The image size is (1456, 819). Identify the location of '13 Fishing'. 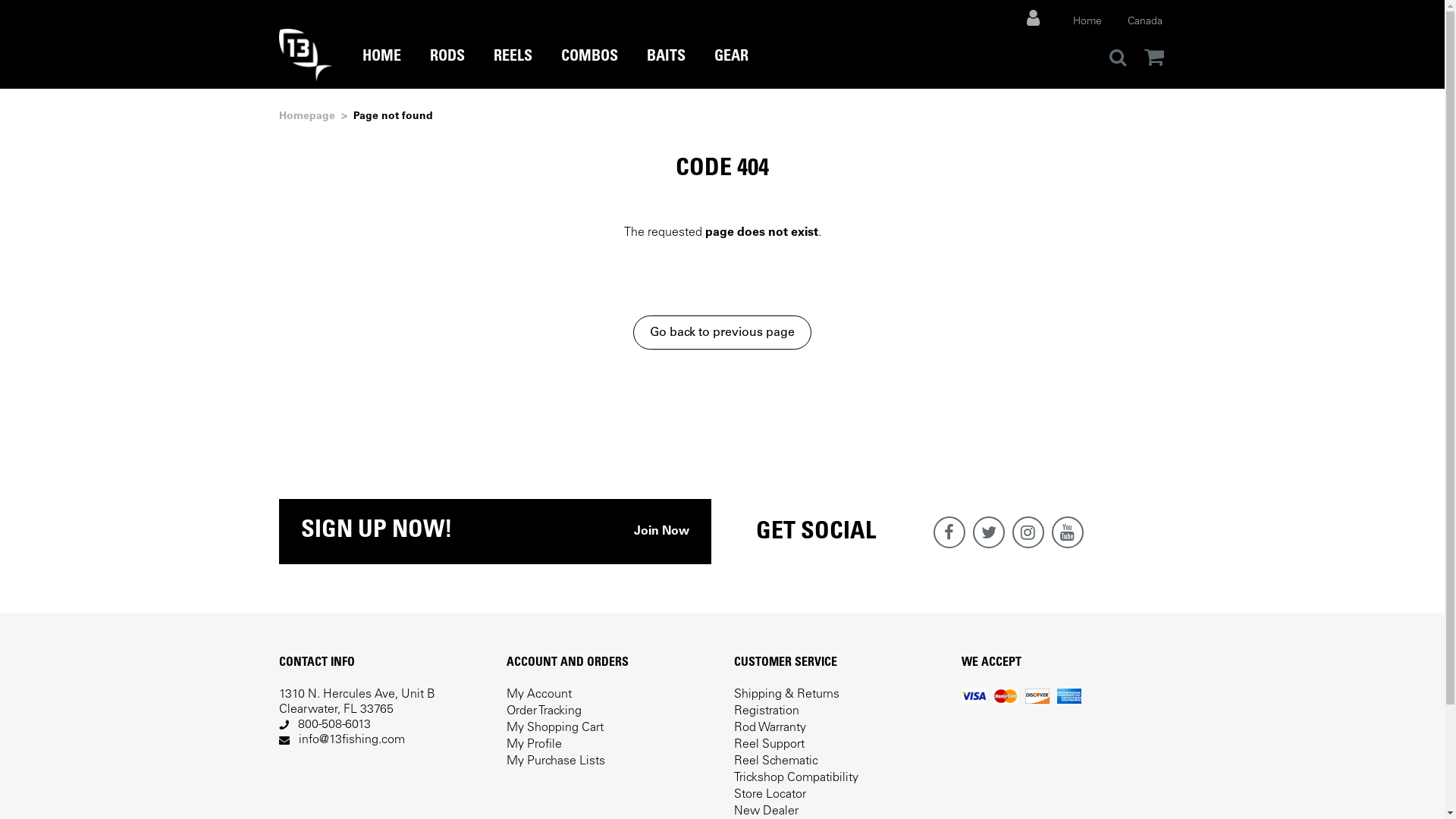
(305, 54).